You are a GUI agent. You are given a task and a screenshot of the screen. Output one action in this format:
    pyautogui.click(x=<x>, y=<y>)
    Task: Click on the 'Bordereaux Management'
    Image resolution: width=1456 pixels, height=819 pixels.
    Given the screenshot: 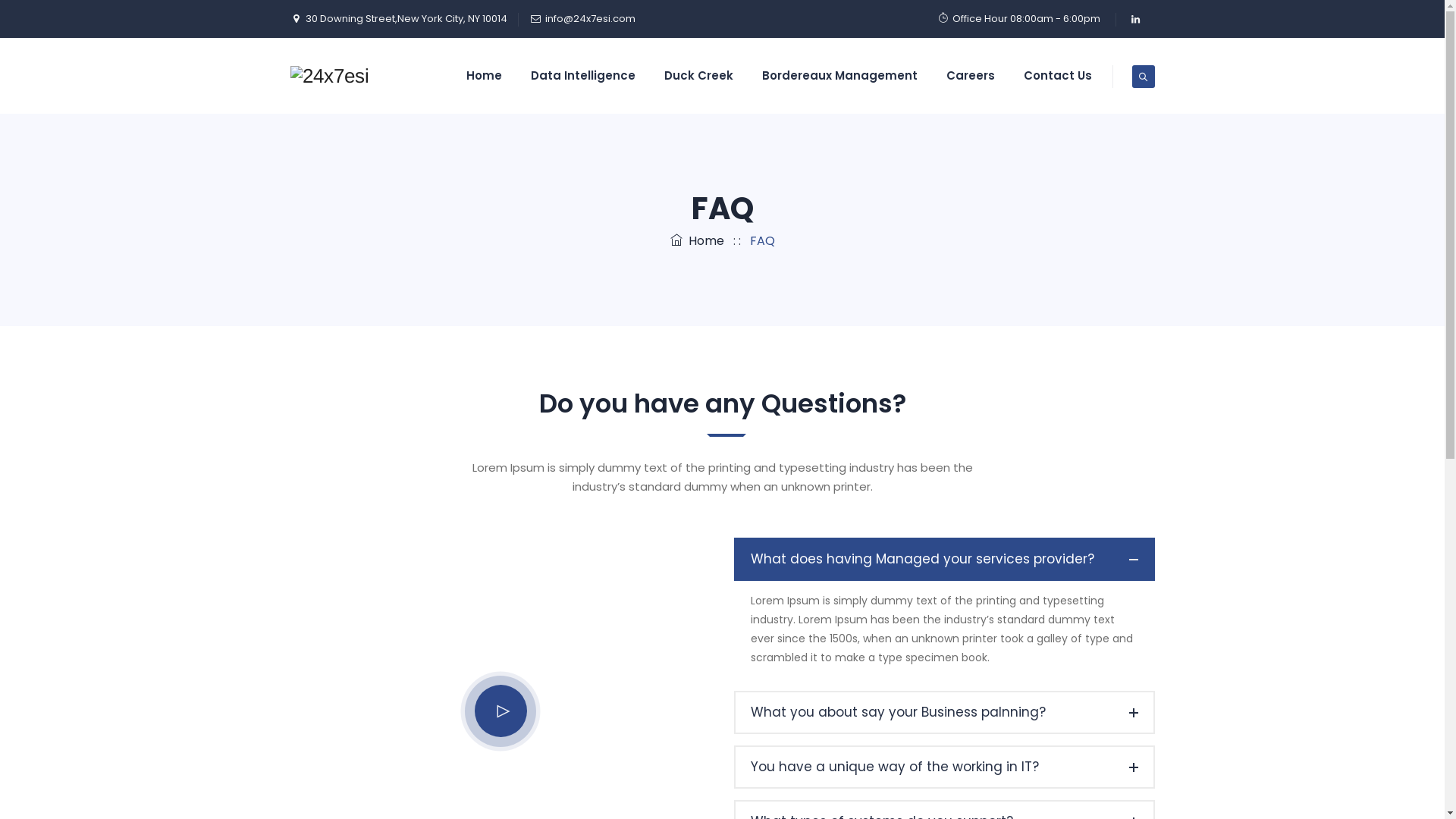 What is the action you would take?
    pyautogui.click(x=749, y=76)
    